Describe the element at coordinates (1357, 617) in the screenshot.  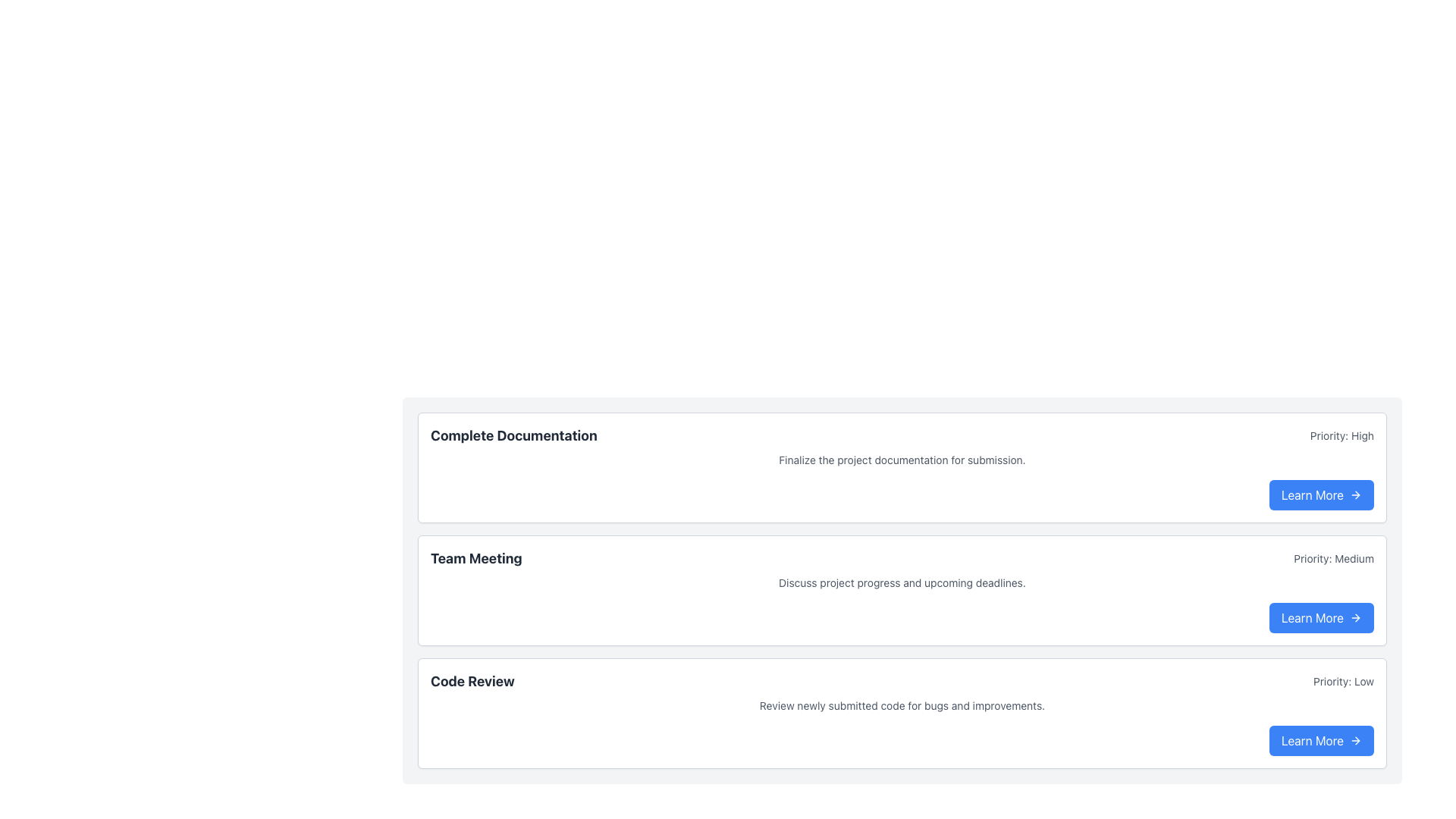
I see `the arrow icon located within the blue 'Learn More' button associated with the 'Priority: Medium' section` at that location.